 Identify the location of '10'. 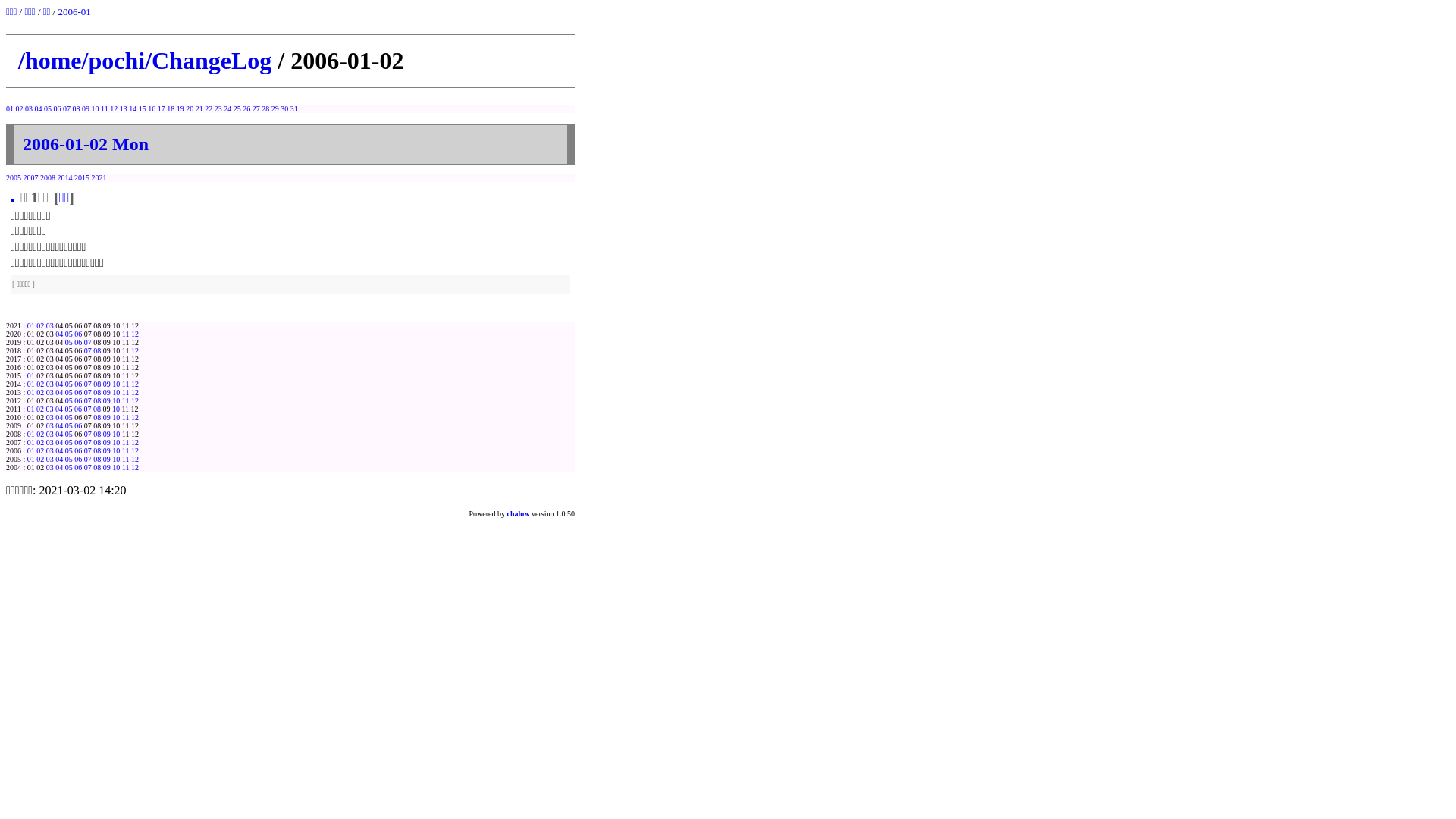
(115, 408).